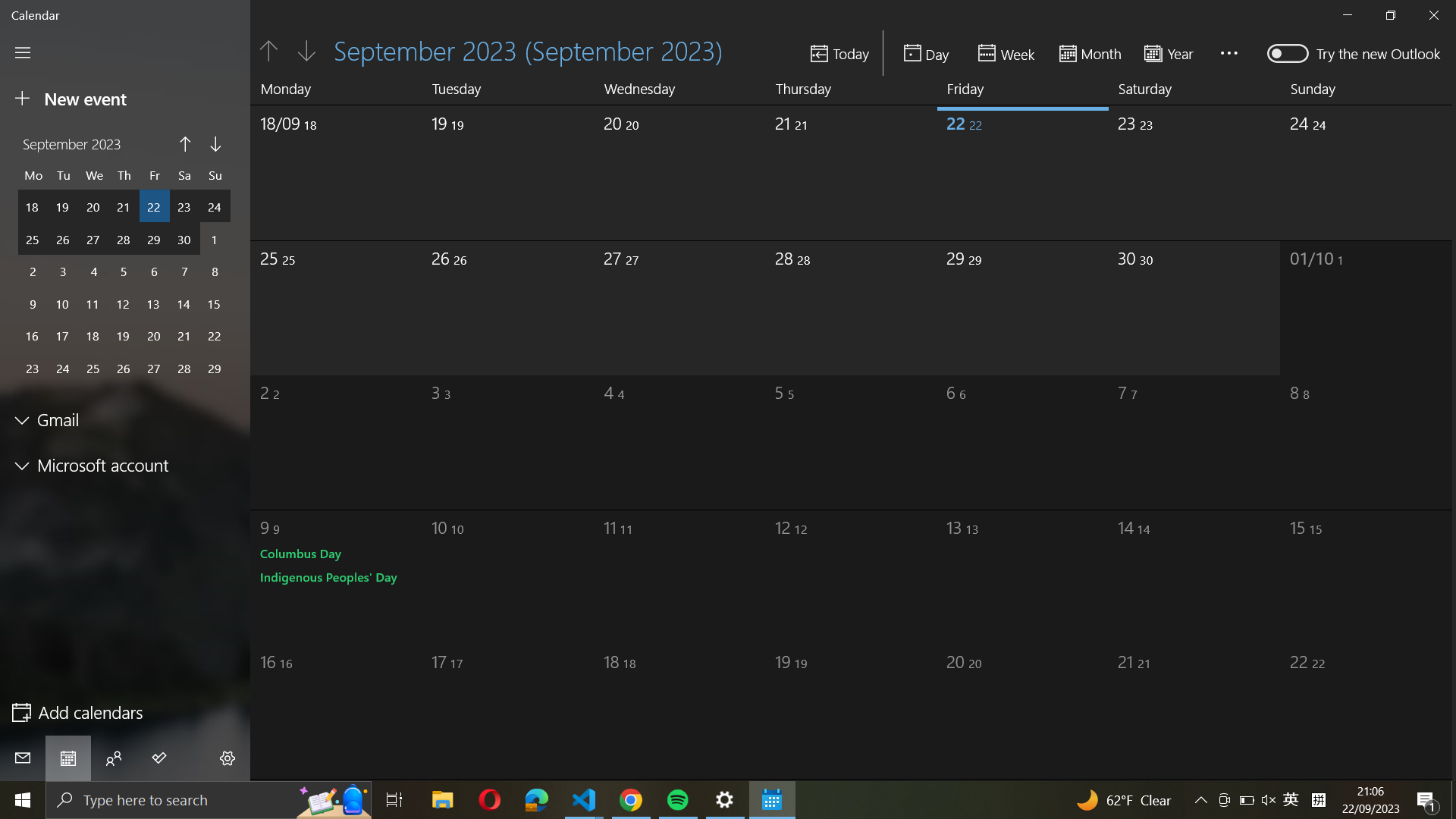 The image size is (1456, 819). What do you see at coordinates (1173, 52) in the screenshot?
I see `Switch the display setting to yearly view` at bounding box center [1173, 52].